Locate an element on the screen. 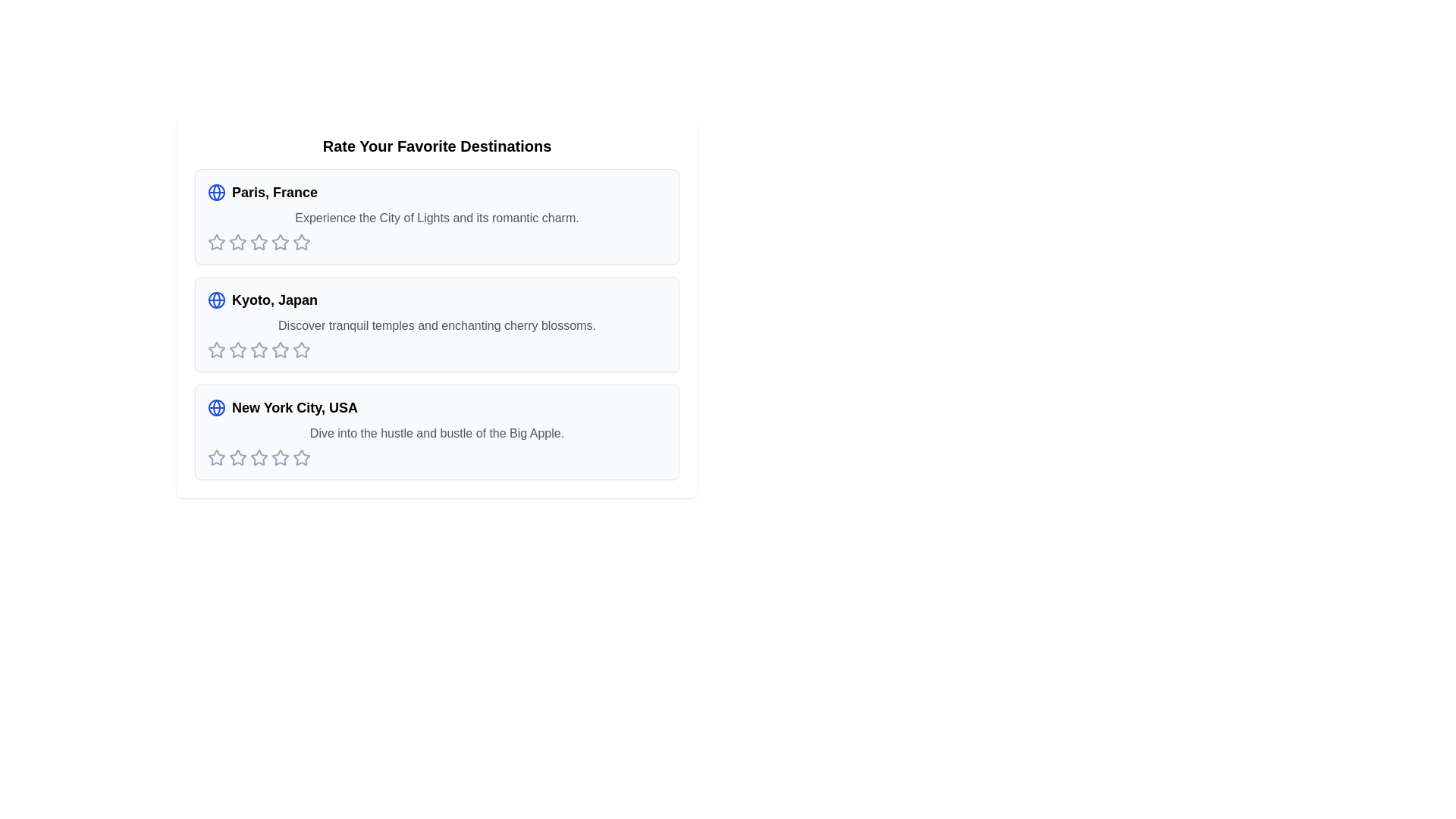 This screenshot has height=819, width=1456. a star in the rating stars component located at the bottom of the 'New York City, USA' card is located at coordinates (436, 457).